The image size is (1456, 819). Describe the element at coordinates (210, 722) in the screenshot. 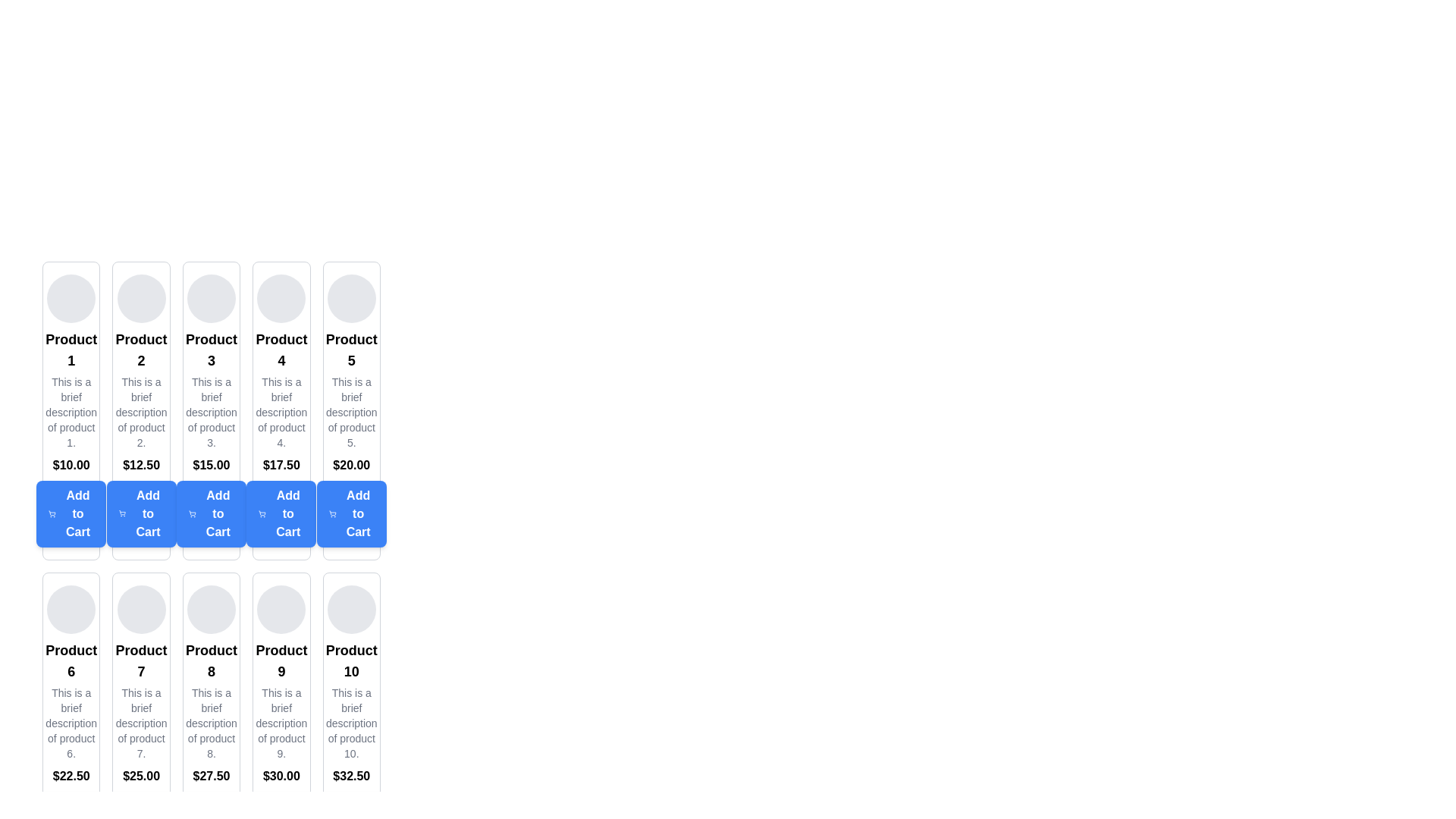

I see `text segment displaying 'This is a brief description of product 8.' which is located beneath the title 'Product 8' and above the price in the product card` at that location.